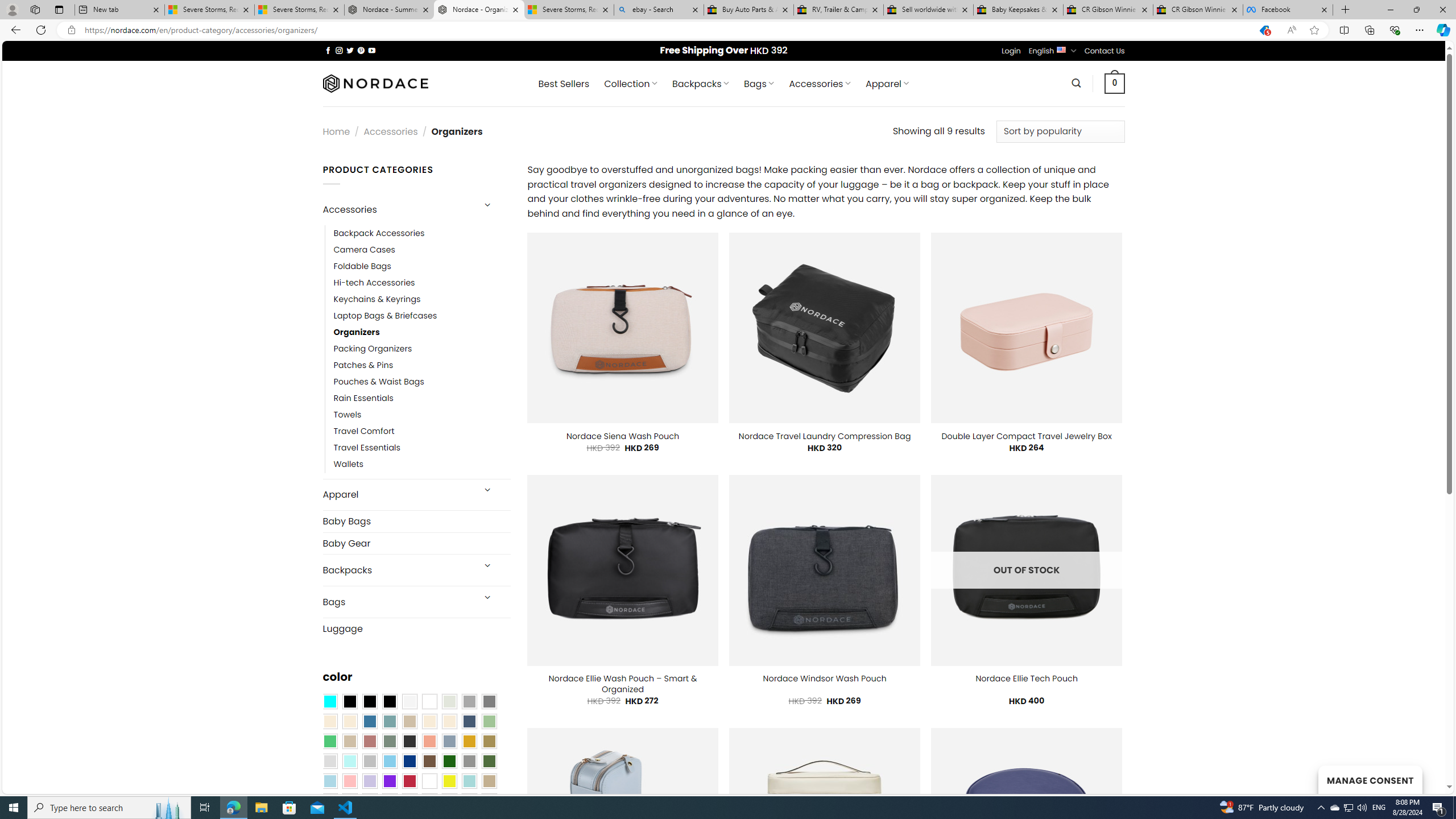 The height and width of the screenshot is (819, 1456). I want to click on 'Backpacks', so click(396, 570).